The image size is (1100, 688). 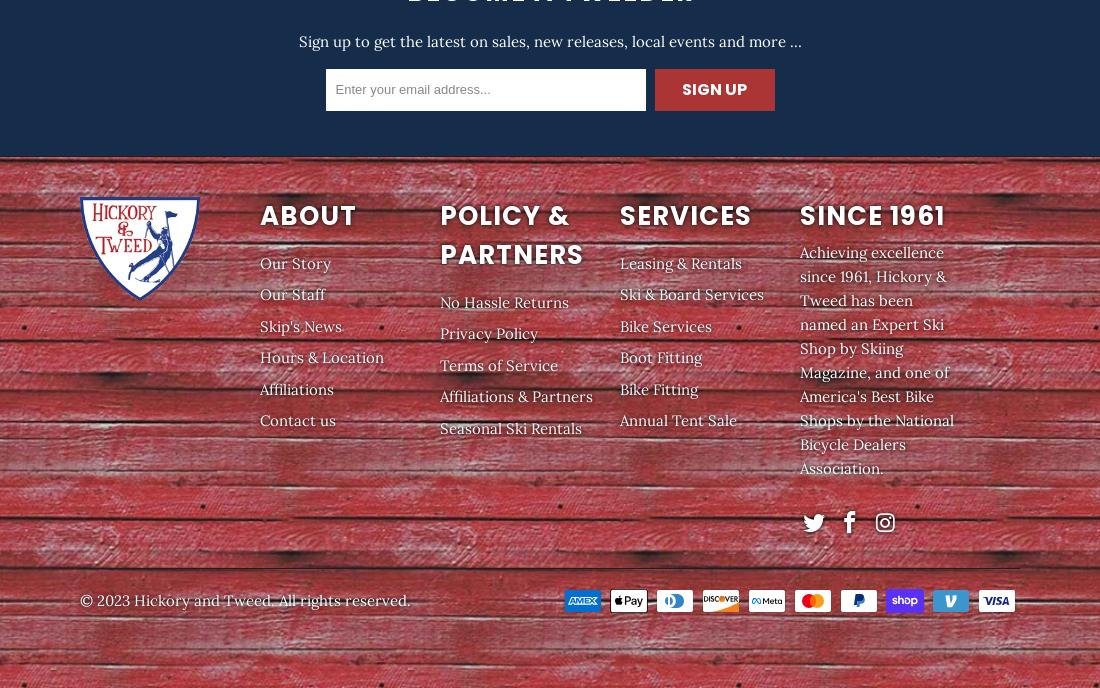 I want to click on 'Terms of Service', so click(x=498, y=364).